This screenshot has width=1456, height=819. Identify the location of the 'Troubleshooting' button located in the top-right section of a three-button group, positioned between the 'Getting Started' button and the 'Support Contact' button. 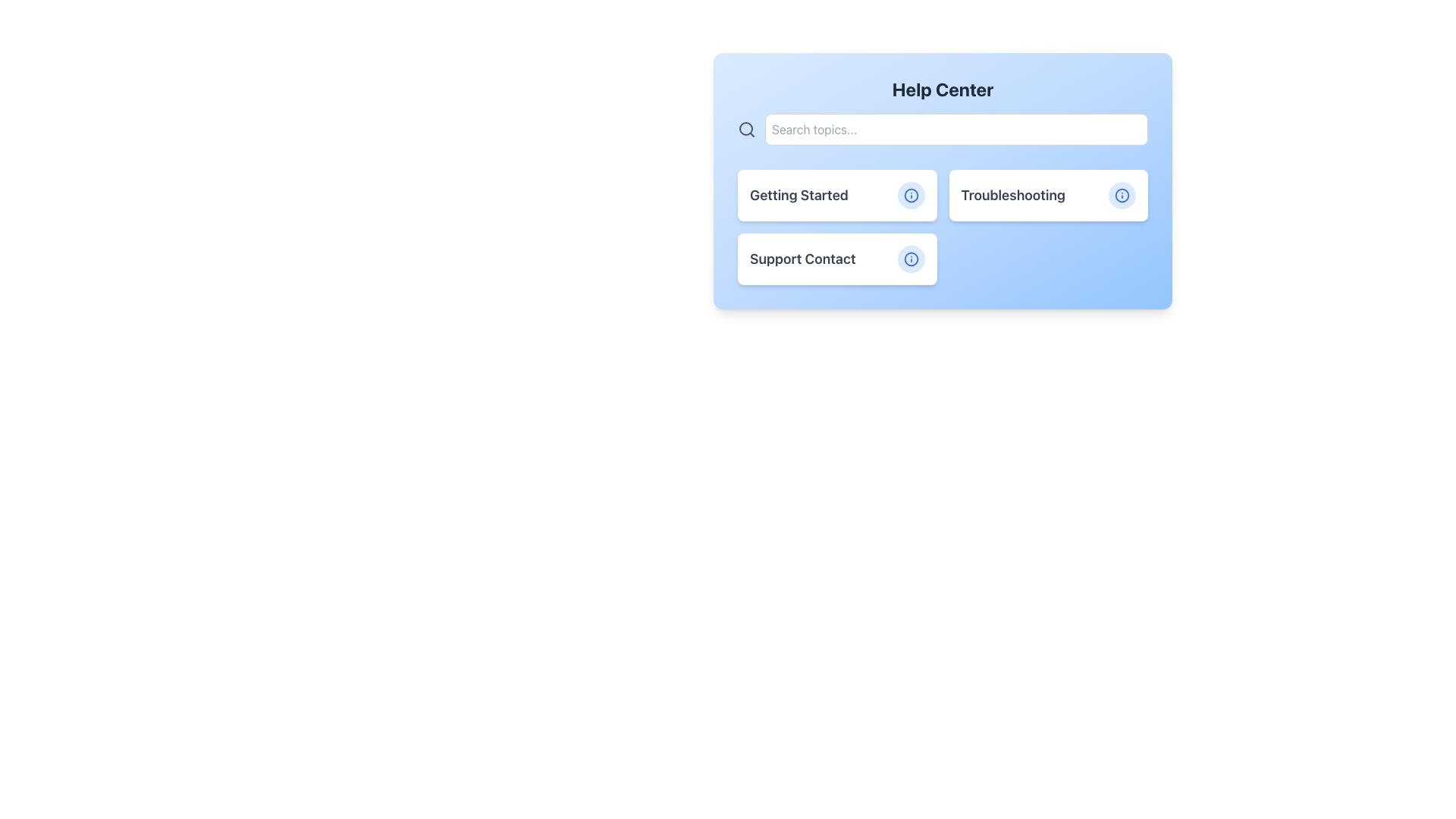
(1047, 195).